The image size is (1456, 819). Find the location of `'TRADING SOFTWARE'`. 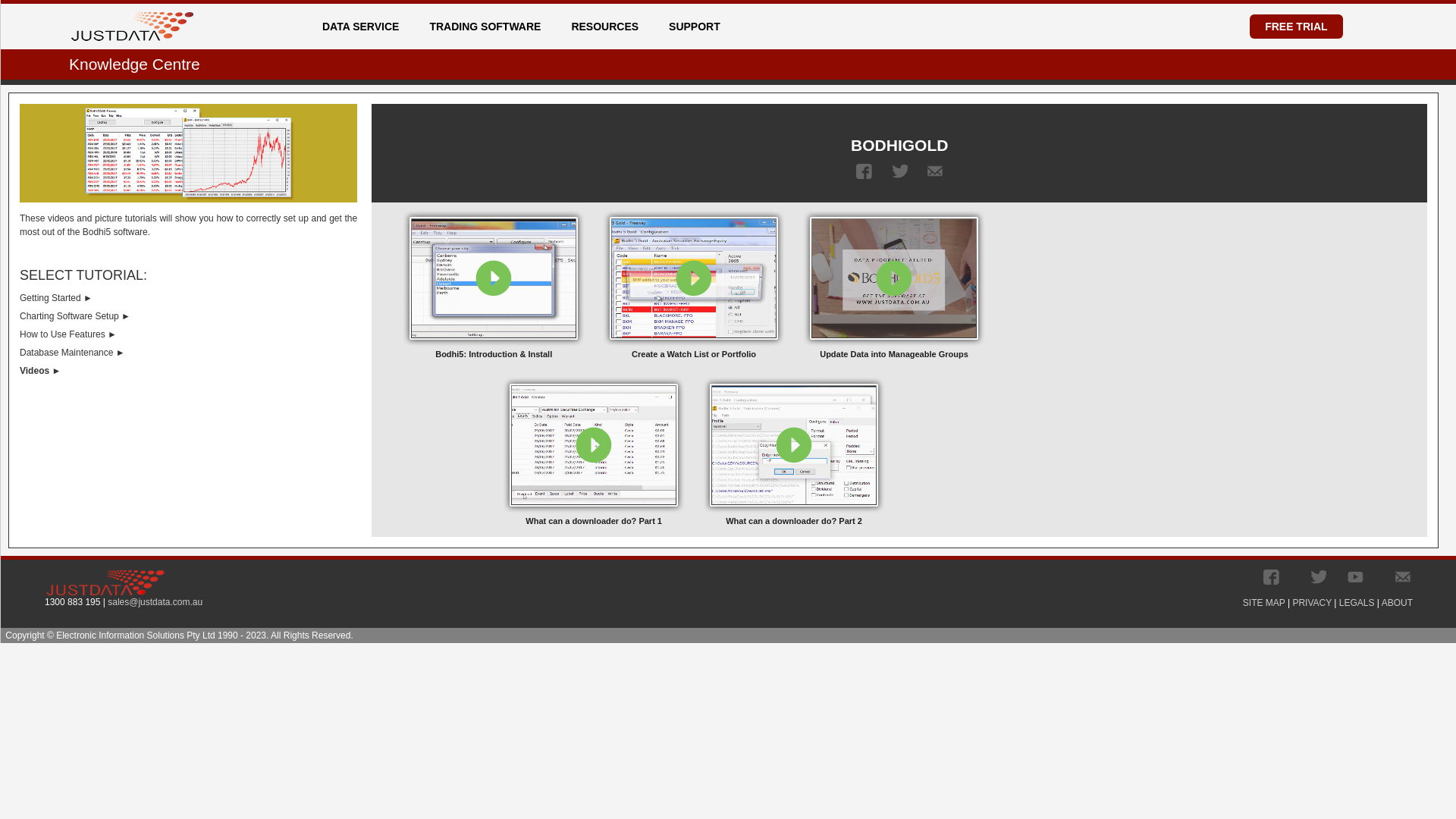

'TRADING SOFTWARE' is located at coordinates (490, 26).